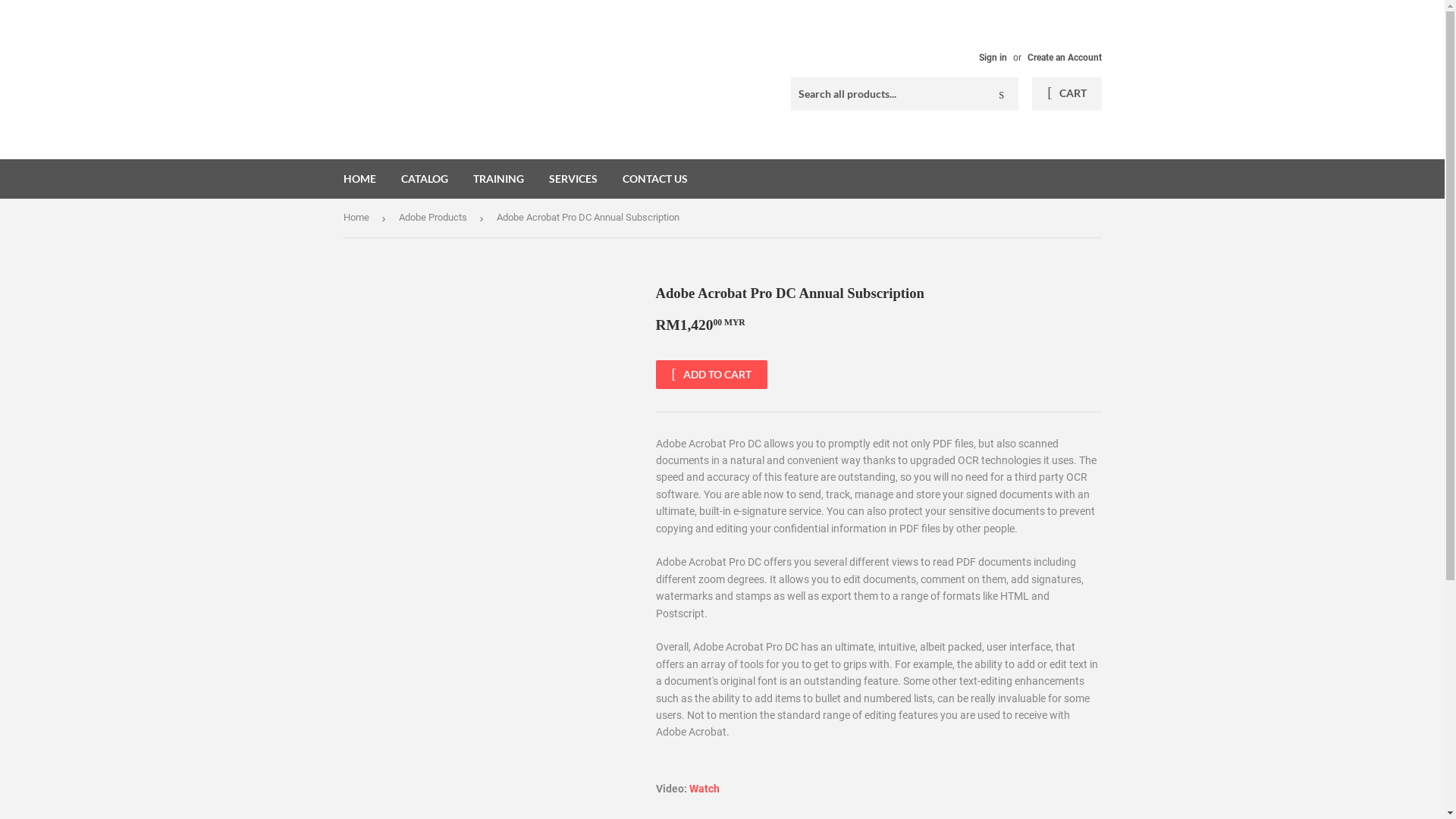  I want to click on 'Adobe Products', so click(435, 218).